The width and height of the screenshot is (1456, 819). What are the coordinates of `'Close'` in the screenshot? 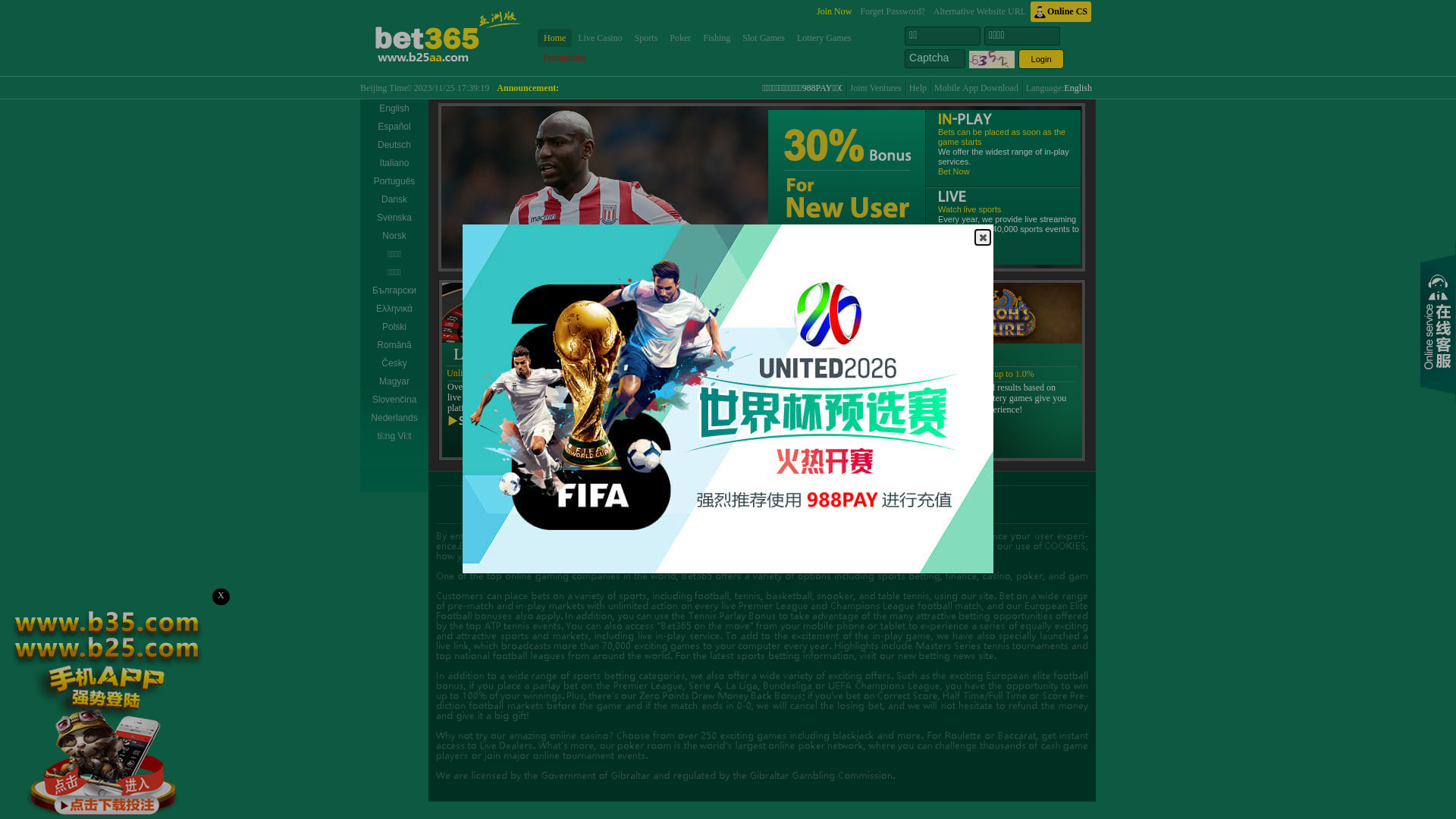 It's located at (983, 237).